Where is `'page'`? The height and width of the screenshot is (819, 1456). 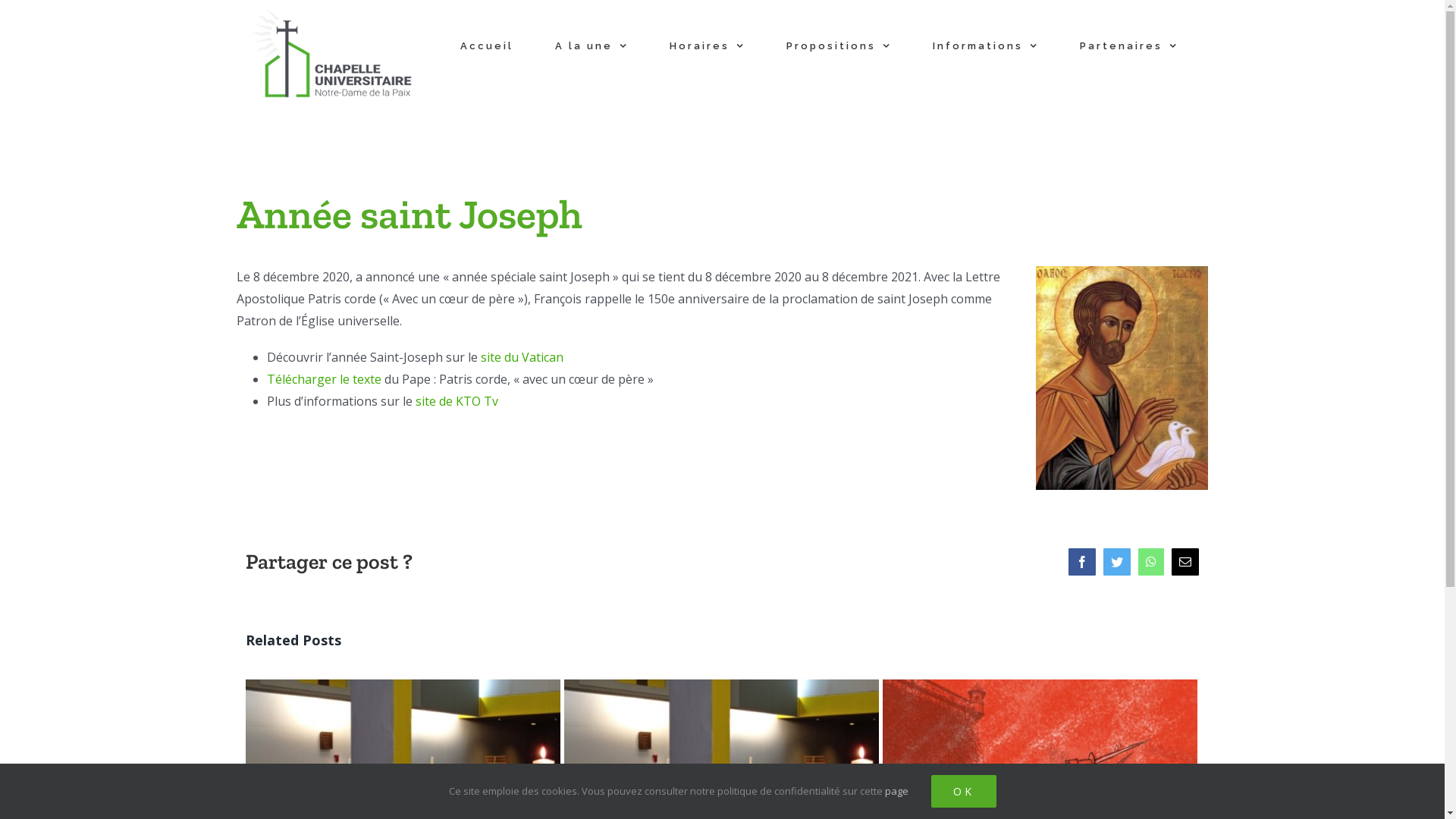 'page' is located at coordinates (896, 789).